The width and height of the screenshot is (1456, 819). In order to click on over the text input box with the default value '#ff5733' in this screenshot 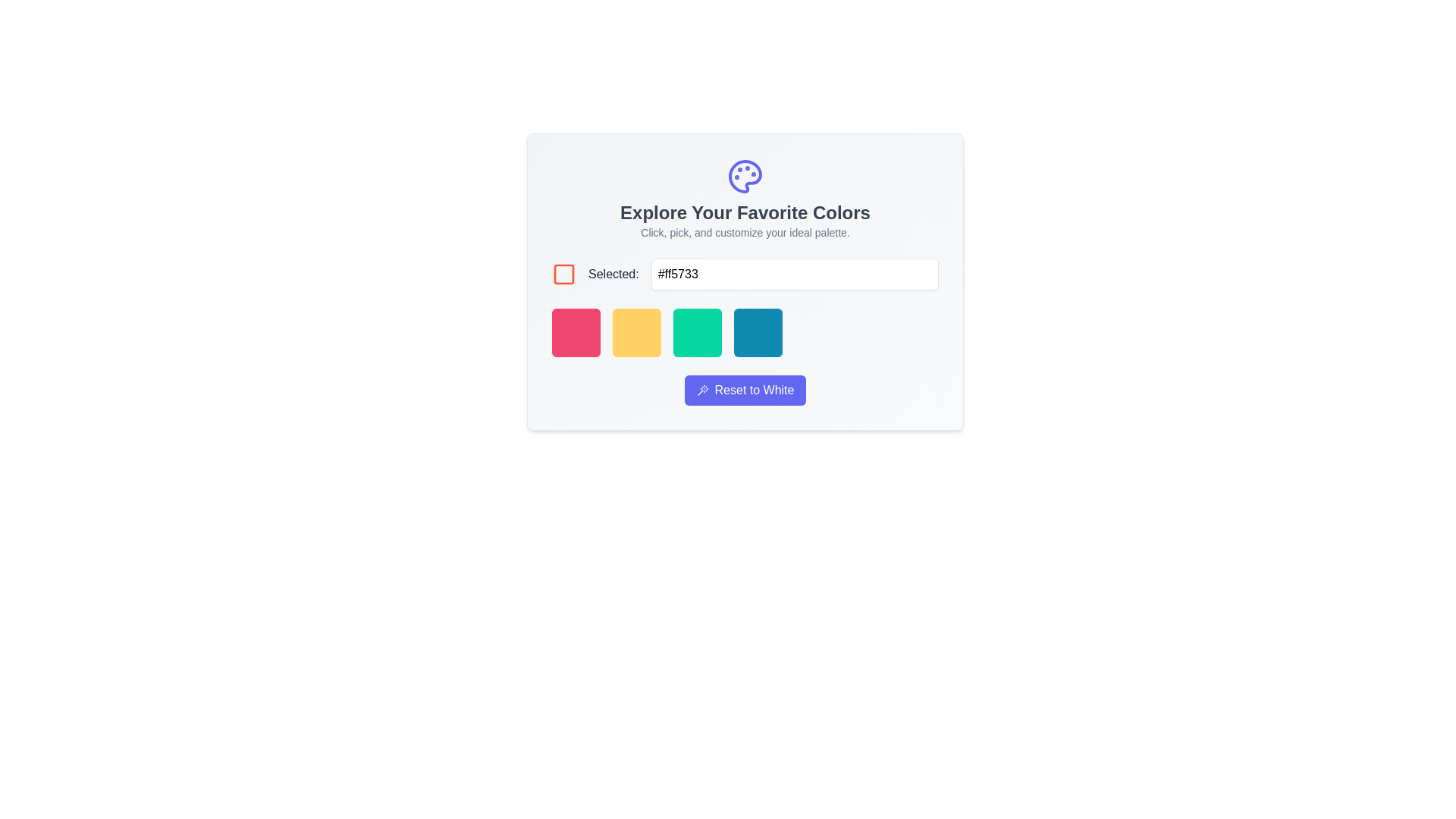, I will do `click(794, 275)`.